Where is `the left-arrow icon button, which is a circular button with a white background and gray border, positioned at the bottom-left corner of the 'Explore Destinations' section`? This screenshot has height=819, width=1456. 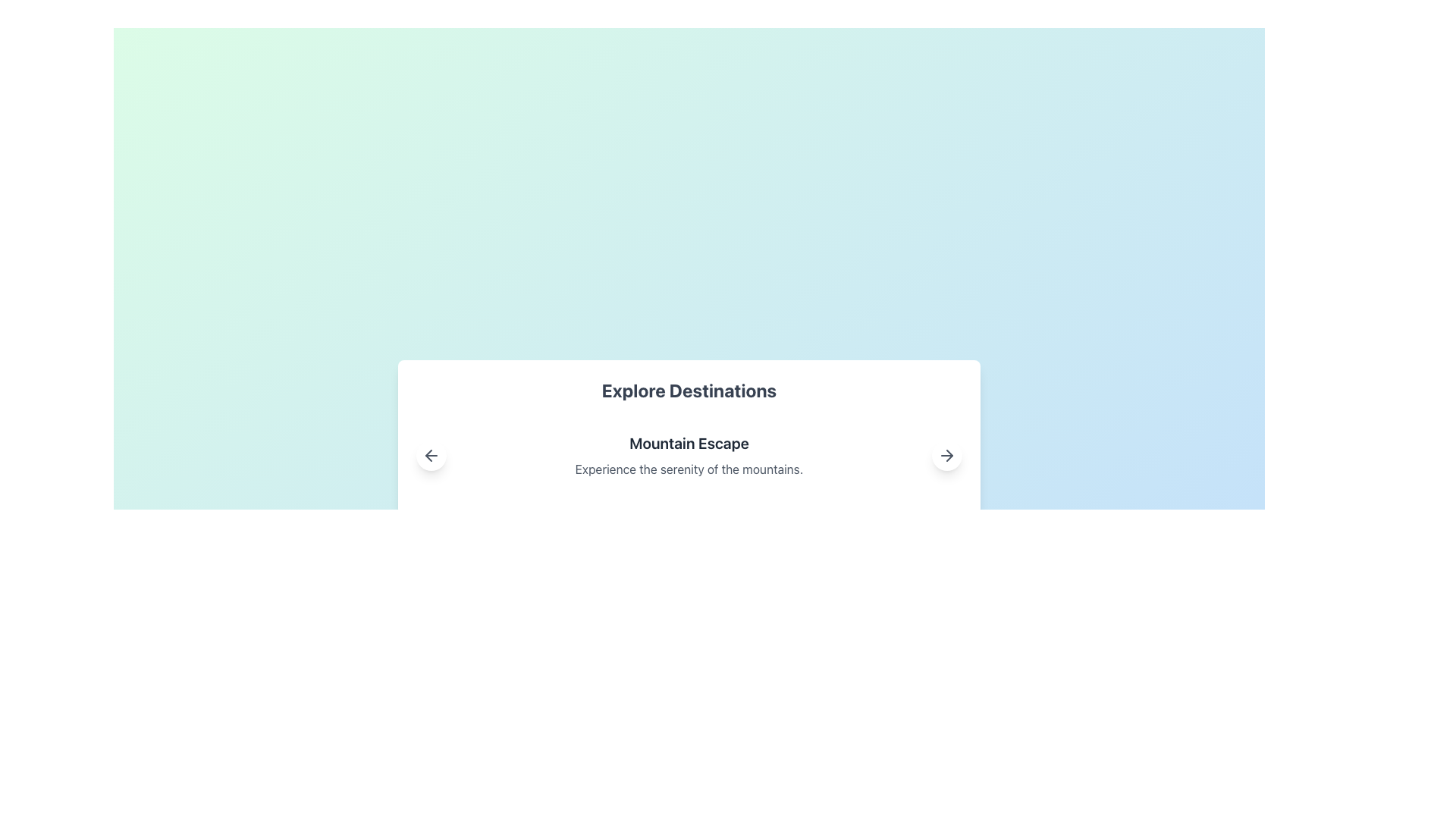 the left-arrow icon button, which is a circular button with a white background and gray border, positioned at the bottom-left corner of the 'Explore Destinations' section is located at coordinates (431, 455).